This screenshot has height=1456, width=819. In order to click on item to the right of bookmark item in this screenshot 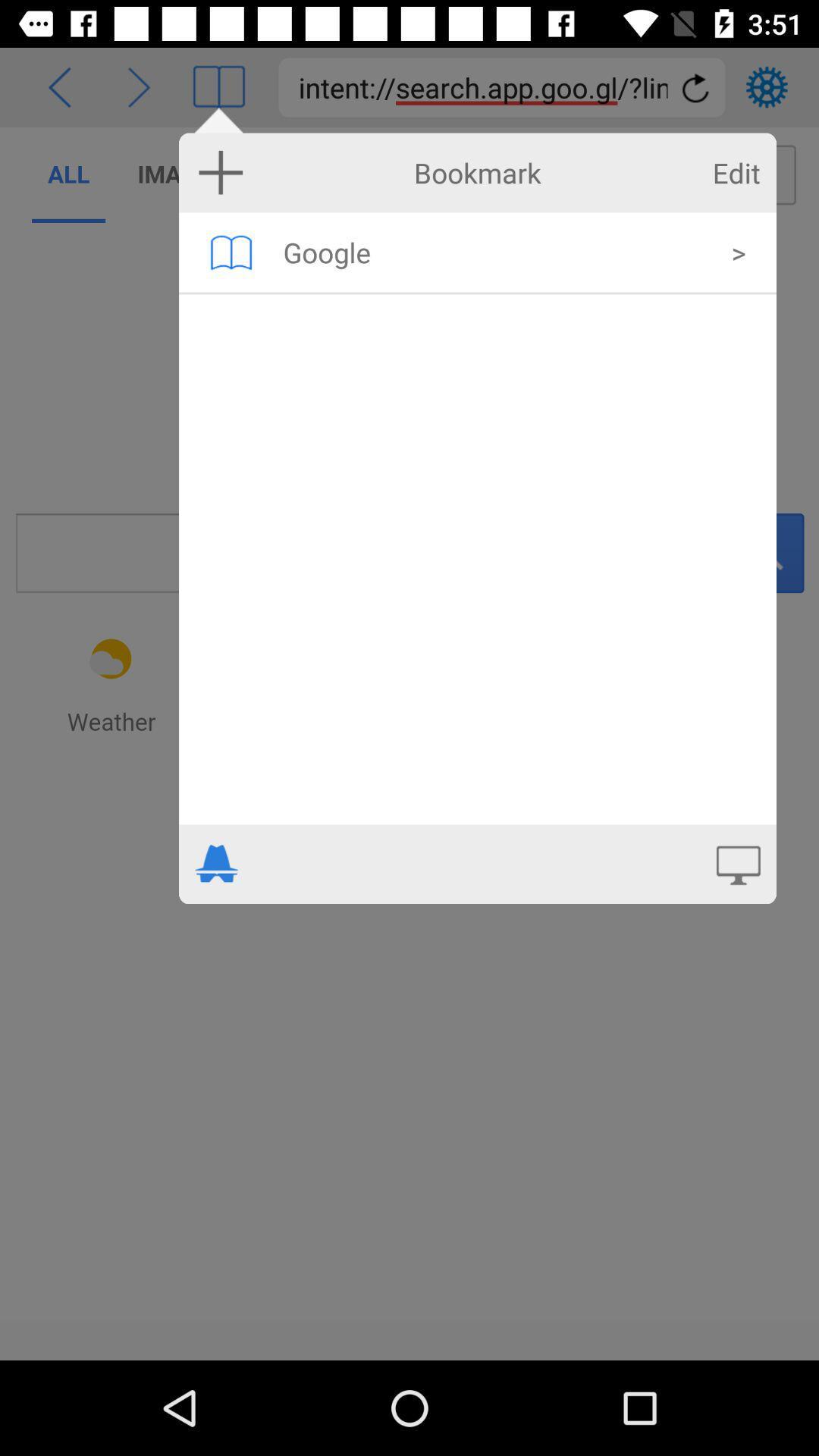, I will do `click(736, 173)`.